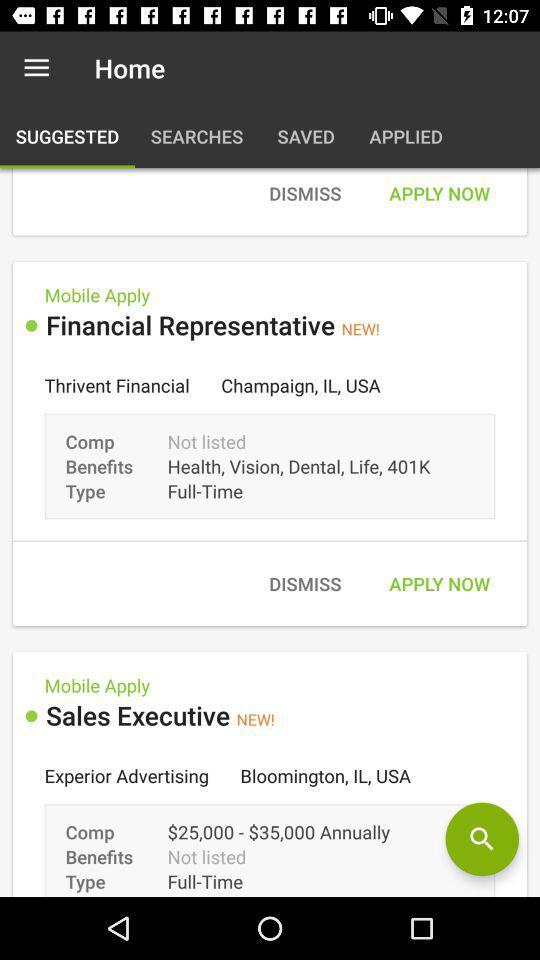 The height and width of the screenshot is (960, 540). I want to click on the icon next to the home item, so click(36, 68).